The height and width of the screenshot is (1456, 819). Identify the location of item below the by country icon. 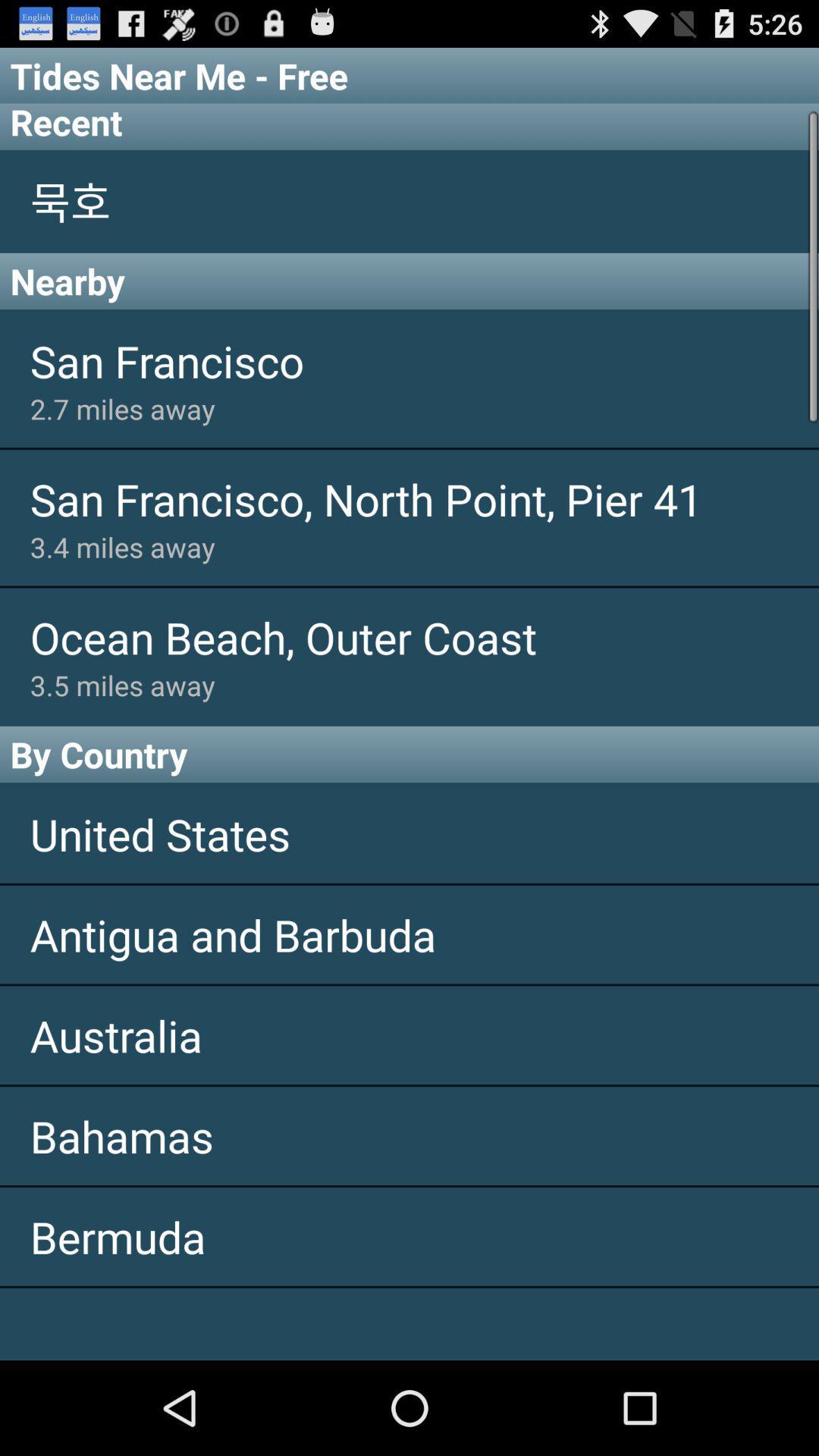
(409, 833).